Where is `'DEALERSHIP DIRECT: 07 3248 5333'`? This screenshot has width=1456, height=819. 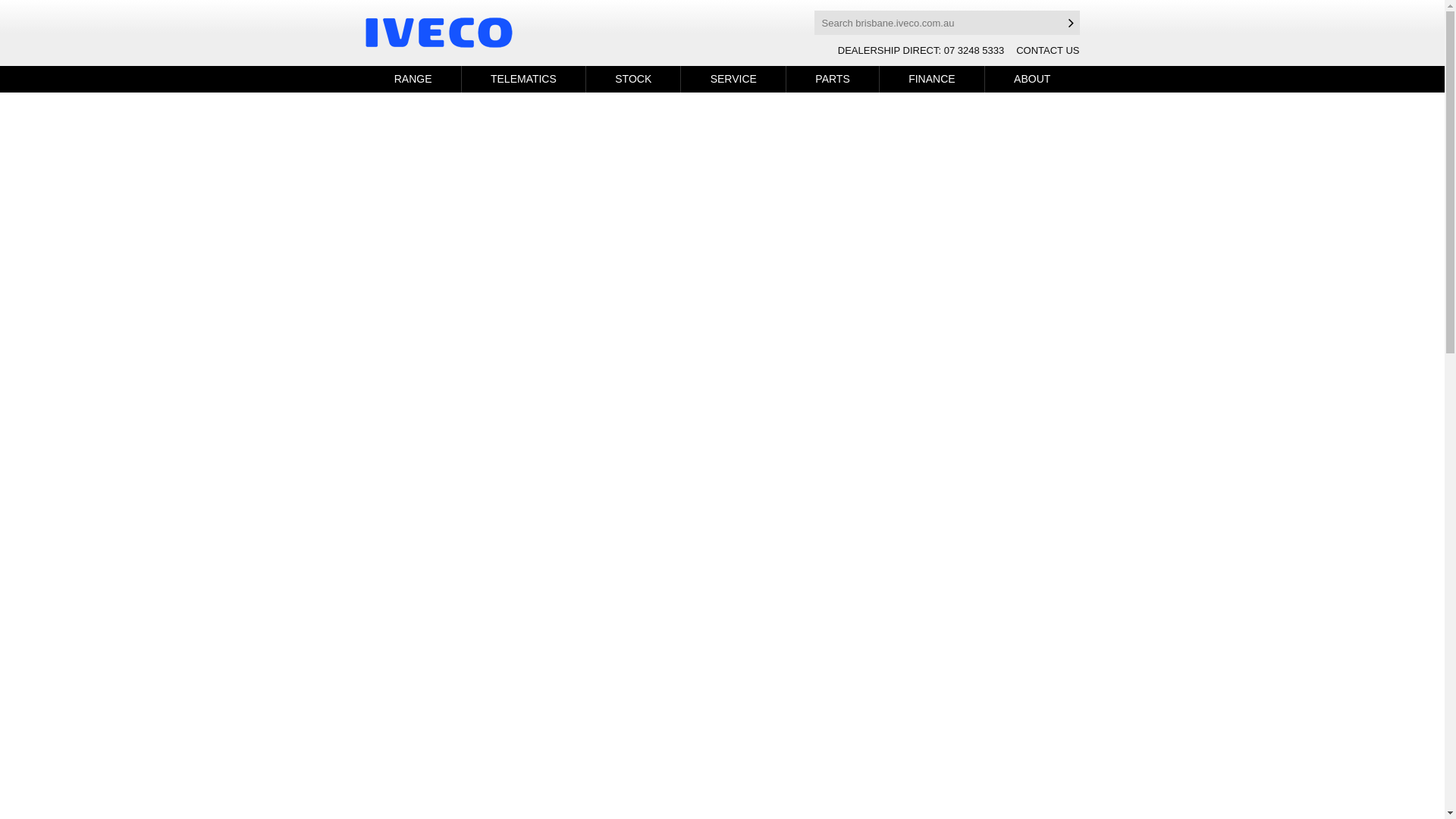 'DEALERSHIP DIRECT: 07 3248 5333' is located at coordinates (836, 49).